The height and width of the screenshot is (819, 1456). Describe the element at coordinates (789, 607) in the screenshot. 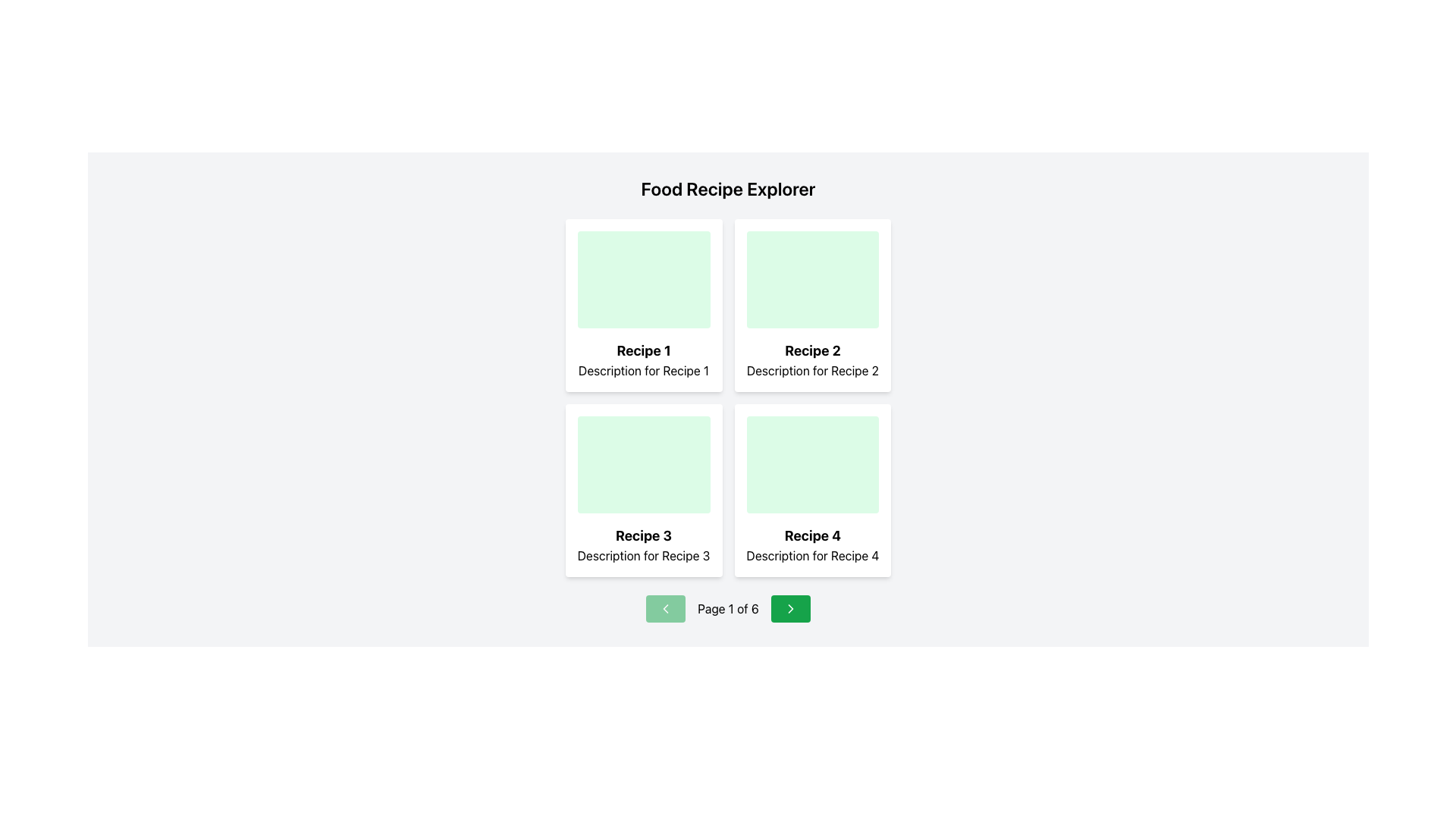

I see `the forward navigation icon located at the bottom center of the interface` at that location.